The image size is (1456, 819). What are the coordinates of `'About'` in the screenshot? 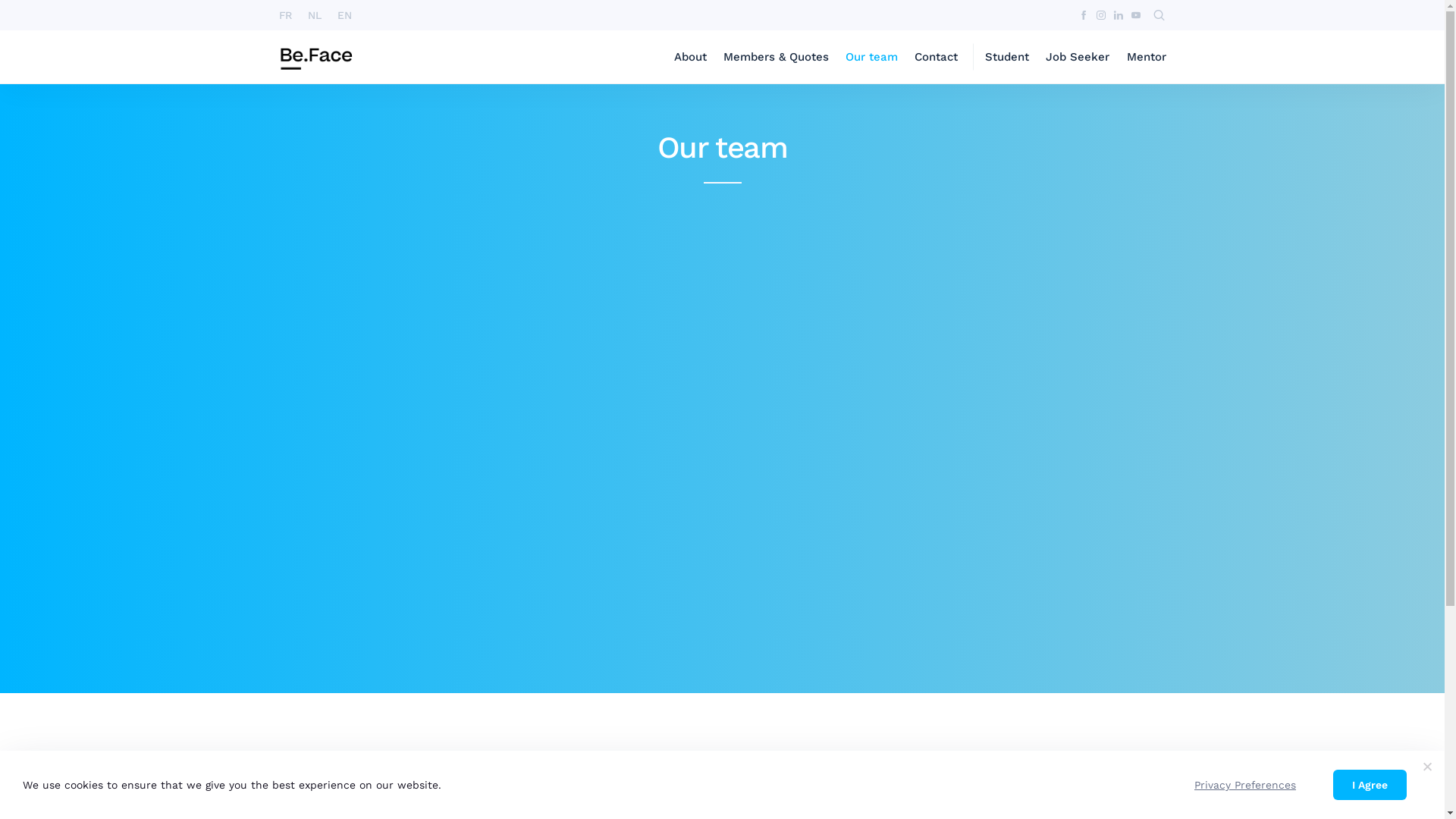 It's located at (673, 55).